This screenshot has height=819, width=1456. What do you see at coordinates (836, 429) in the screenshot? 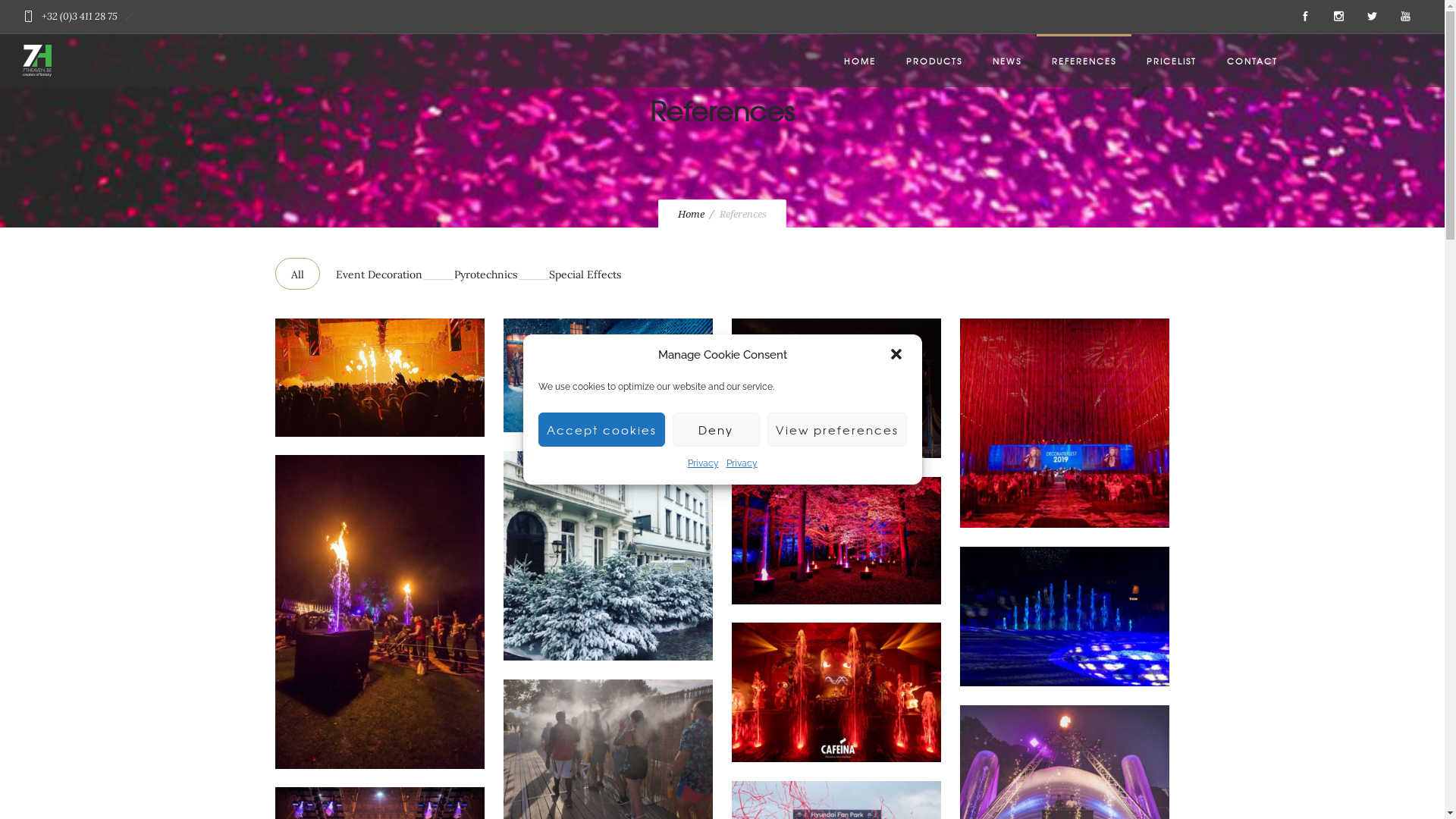
I see `'View preferences'` at bounding box center [836, 429].